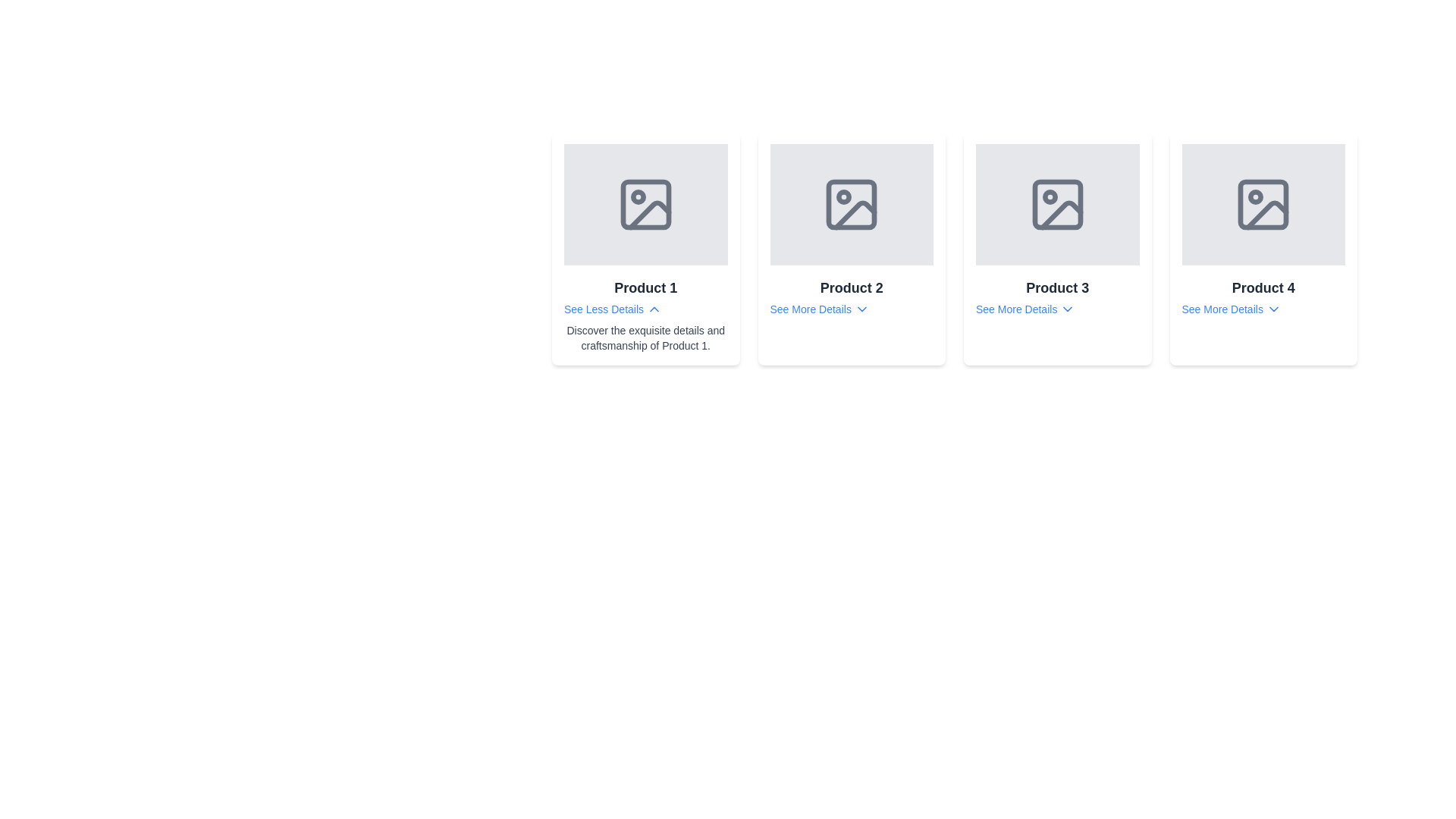 This screenshot has height=819, width=1456. What do you see at coordinates (645, 205) in the screenshot?
I see `the product image placeholder icon located at the center of the first product card in the horizontal grid` at bounding box center [645, 205].